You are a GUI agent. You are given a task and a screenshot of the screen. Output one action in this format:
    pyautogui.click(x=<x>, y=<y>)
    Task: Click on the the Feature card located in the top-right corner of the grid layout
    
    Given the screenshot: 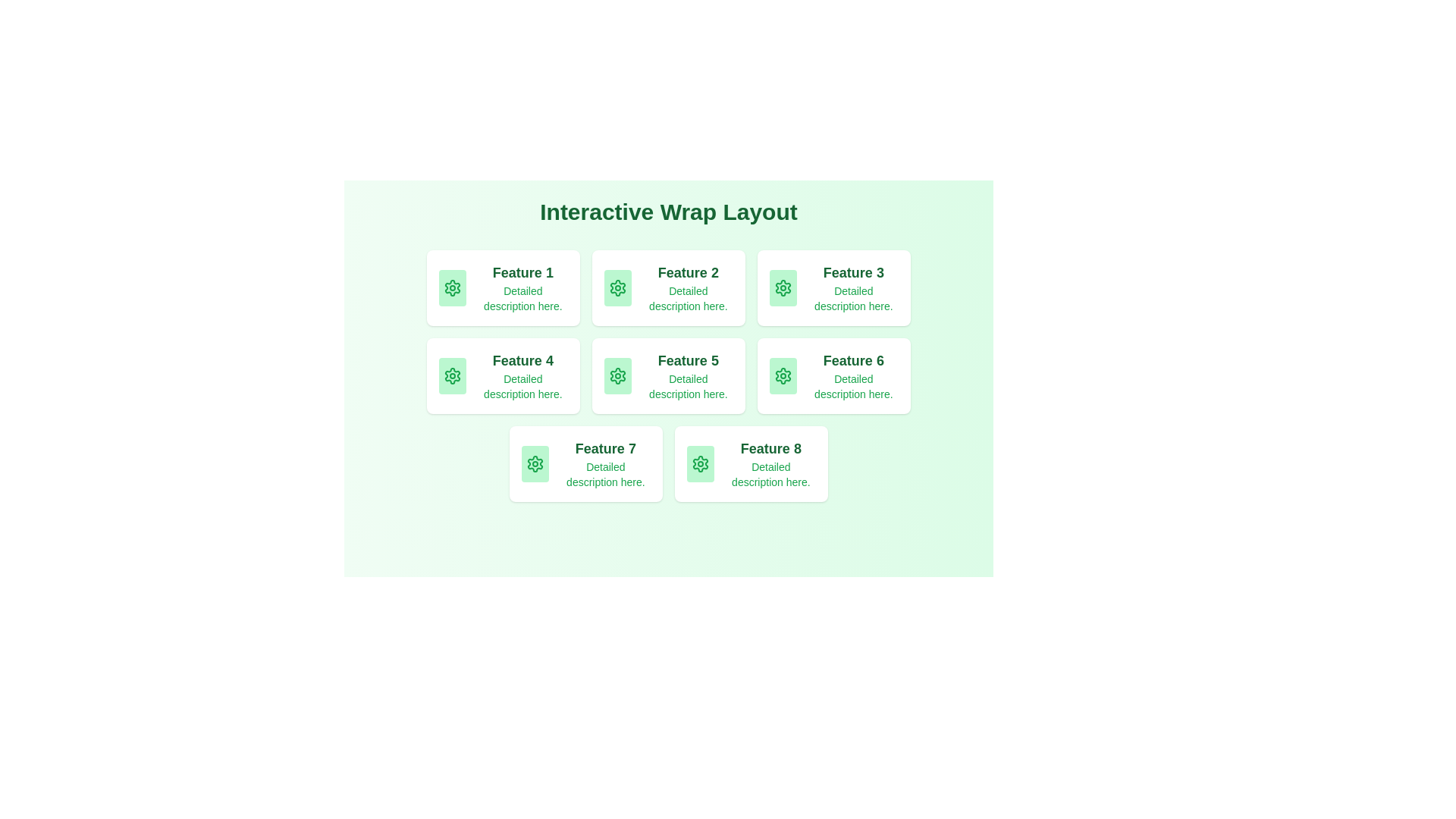 What is the action you would take?
    pyautogui.click(x=833, y=288)
    